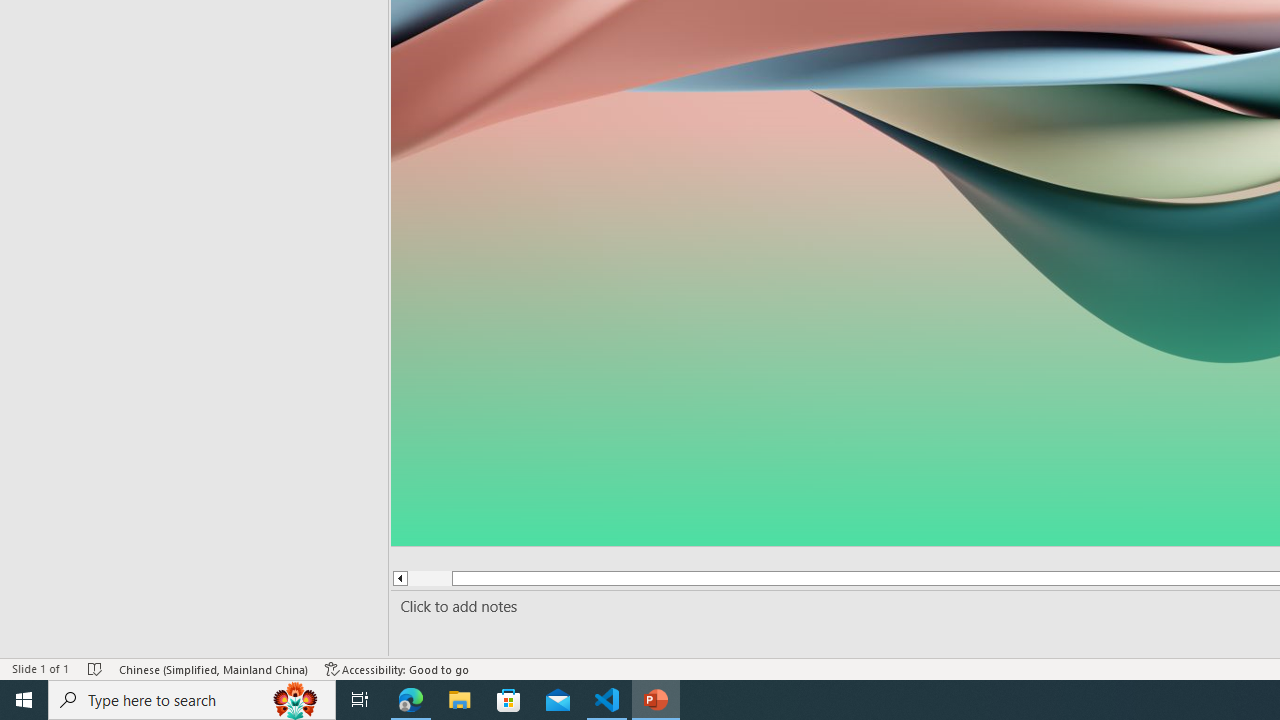 The width and height of the screenshot is (1280, 720). What do you see at coordinates (95, 669) in the screenshot?
I see `'Spell Check No Errors'` at bounding box center [95, 669].